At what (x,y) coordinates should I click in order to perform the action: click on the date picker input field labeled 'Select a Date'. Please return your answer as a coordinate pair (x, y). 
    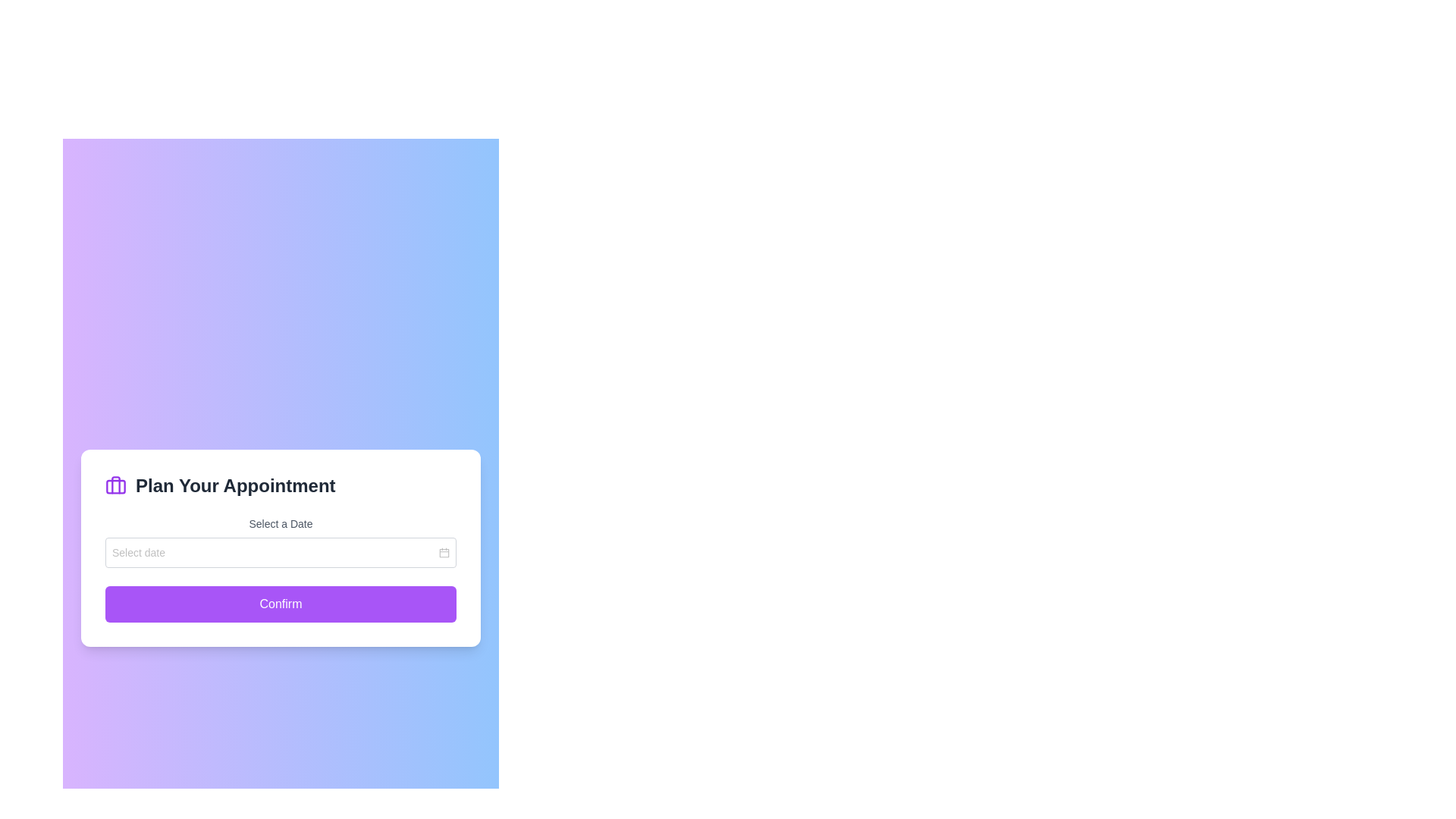
    Looking at the image, I should click on (281, 541).